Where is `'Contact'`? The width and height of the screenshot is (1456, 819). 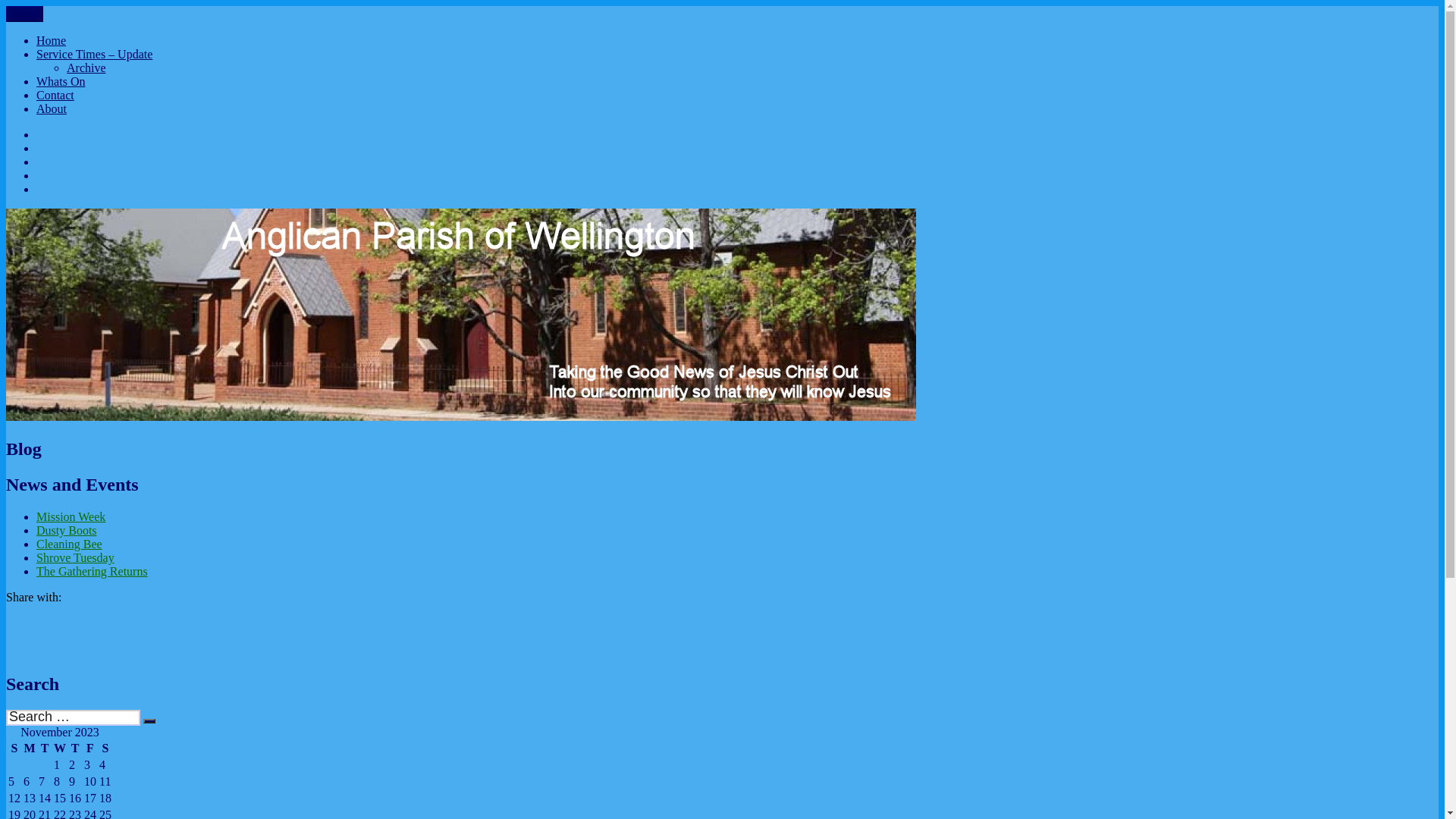
'Contact' is located at coordinates (55, 95).